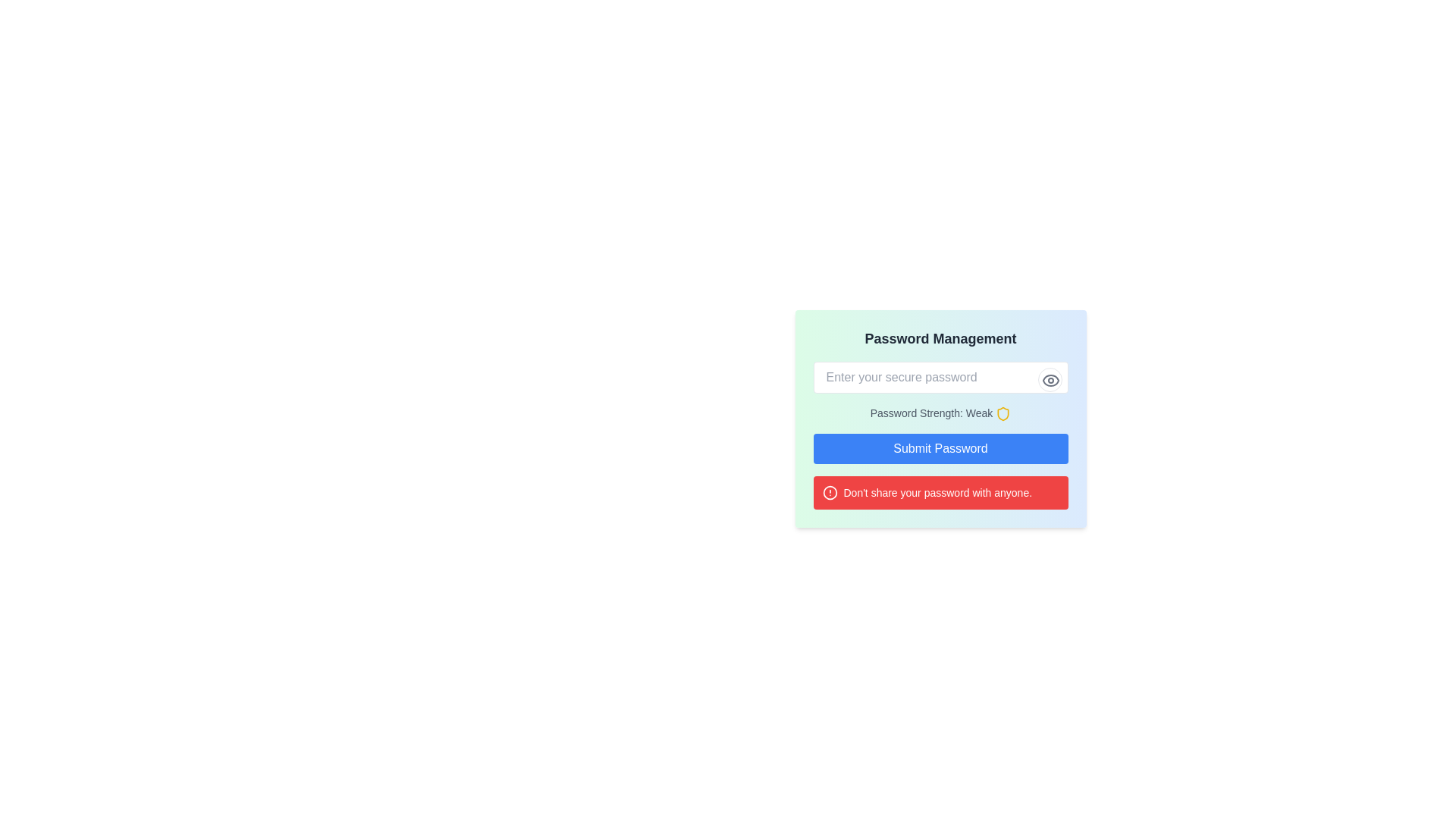 The height and width of the screenshot is (819, 1456). Describe the element at coordinates (940, 413) in the screenshot. I see `the Text Label with Icon that displays 'Password Strength: Weak' and has a yellow shield icon to its right, positioned between the password input field and the submit button` at that location.